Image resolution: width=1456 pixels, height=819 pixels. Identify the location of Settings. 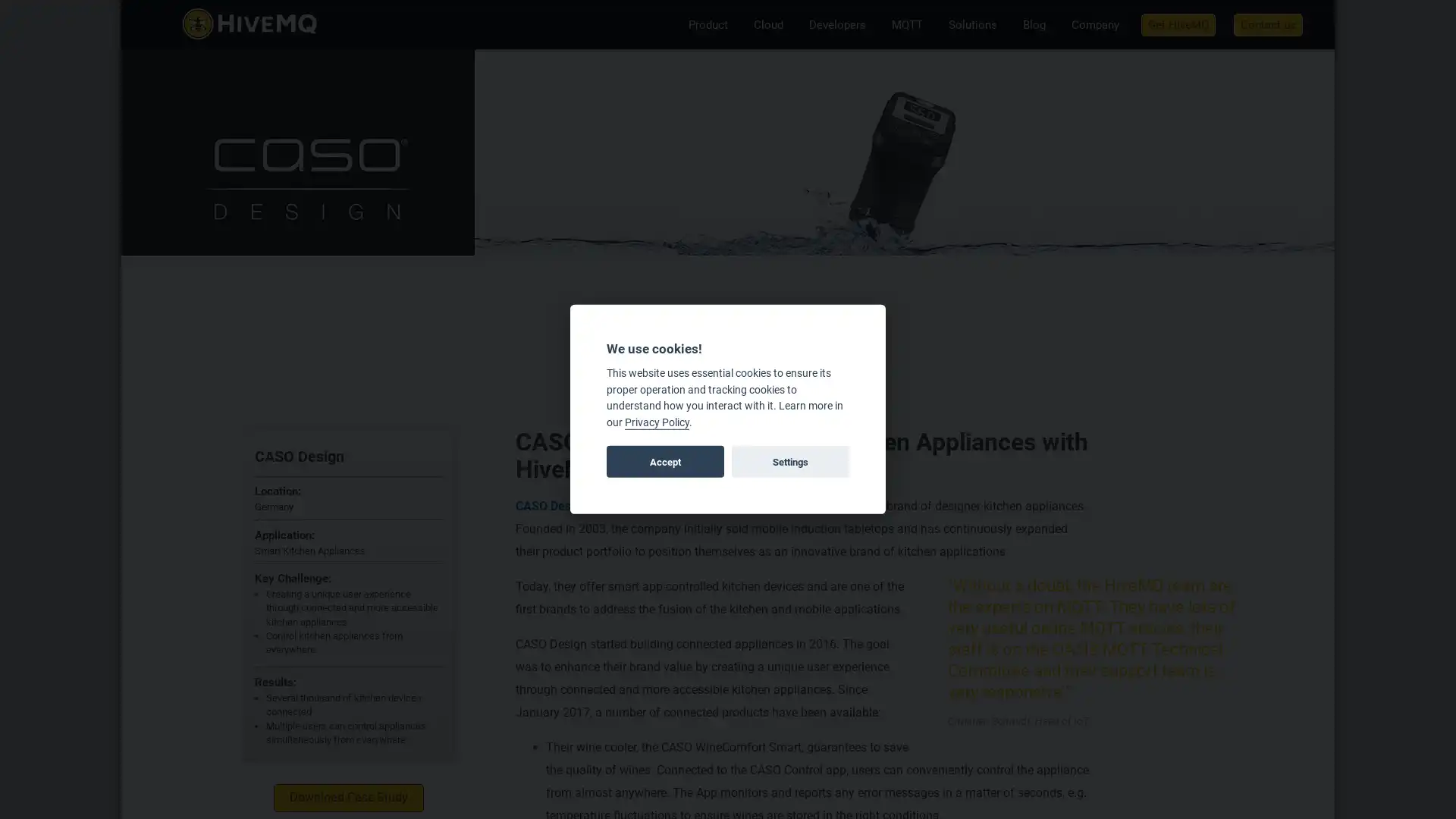
(789, 461).